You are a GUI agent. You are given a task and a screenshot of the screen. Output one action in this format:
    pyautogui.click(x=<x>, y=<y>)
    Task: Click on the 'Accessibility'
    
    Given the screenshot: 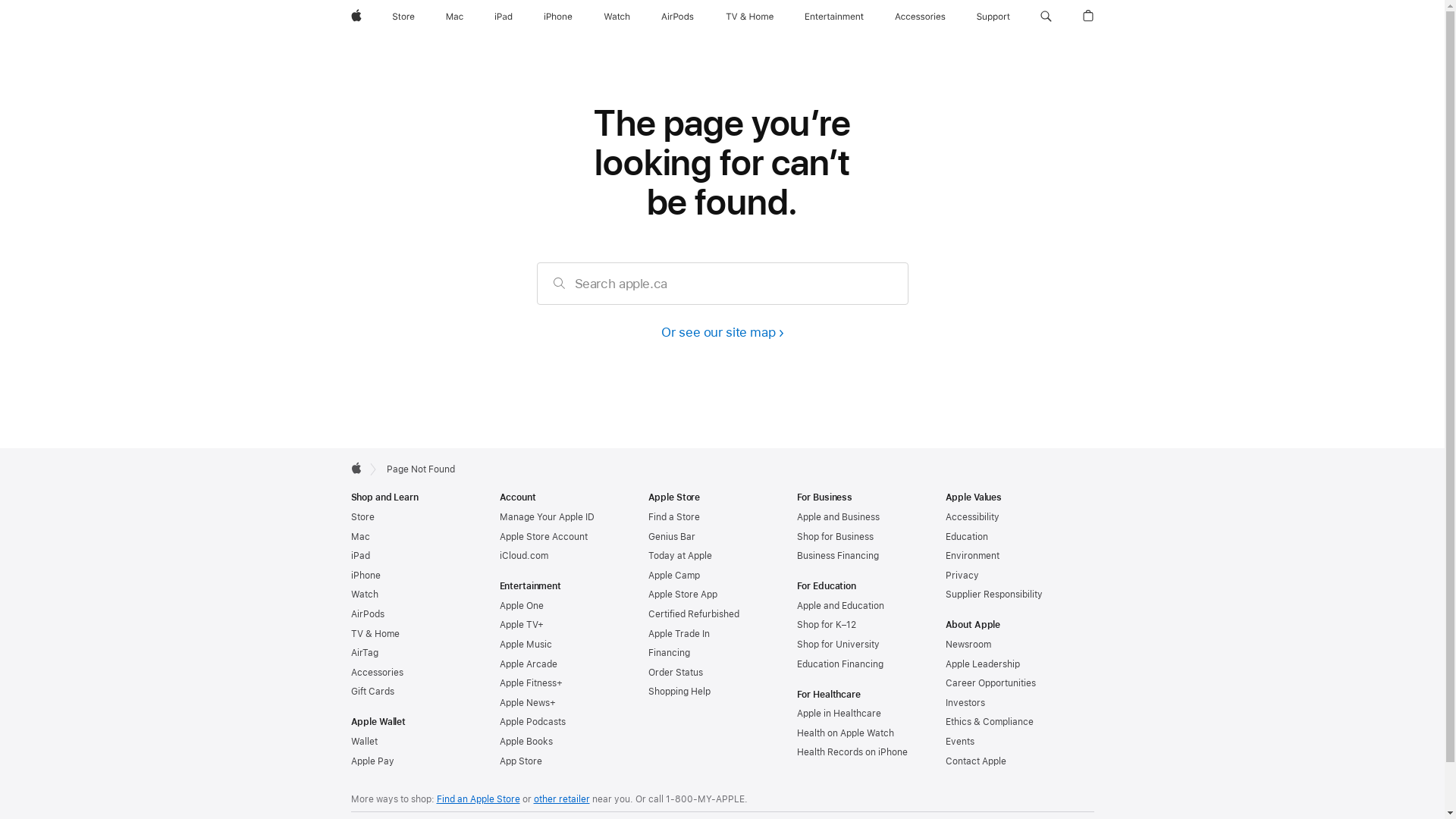 What is the action you would take?
    pyautogui.click(x=971, y=516)
    